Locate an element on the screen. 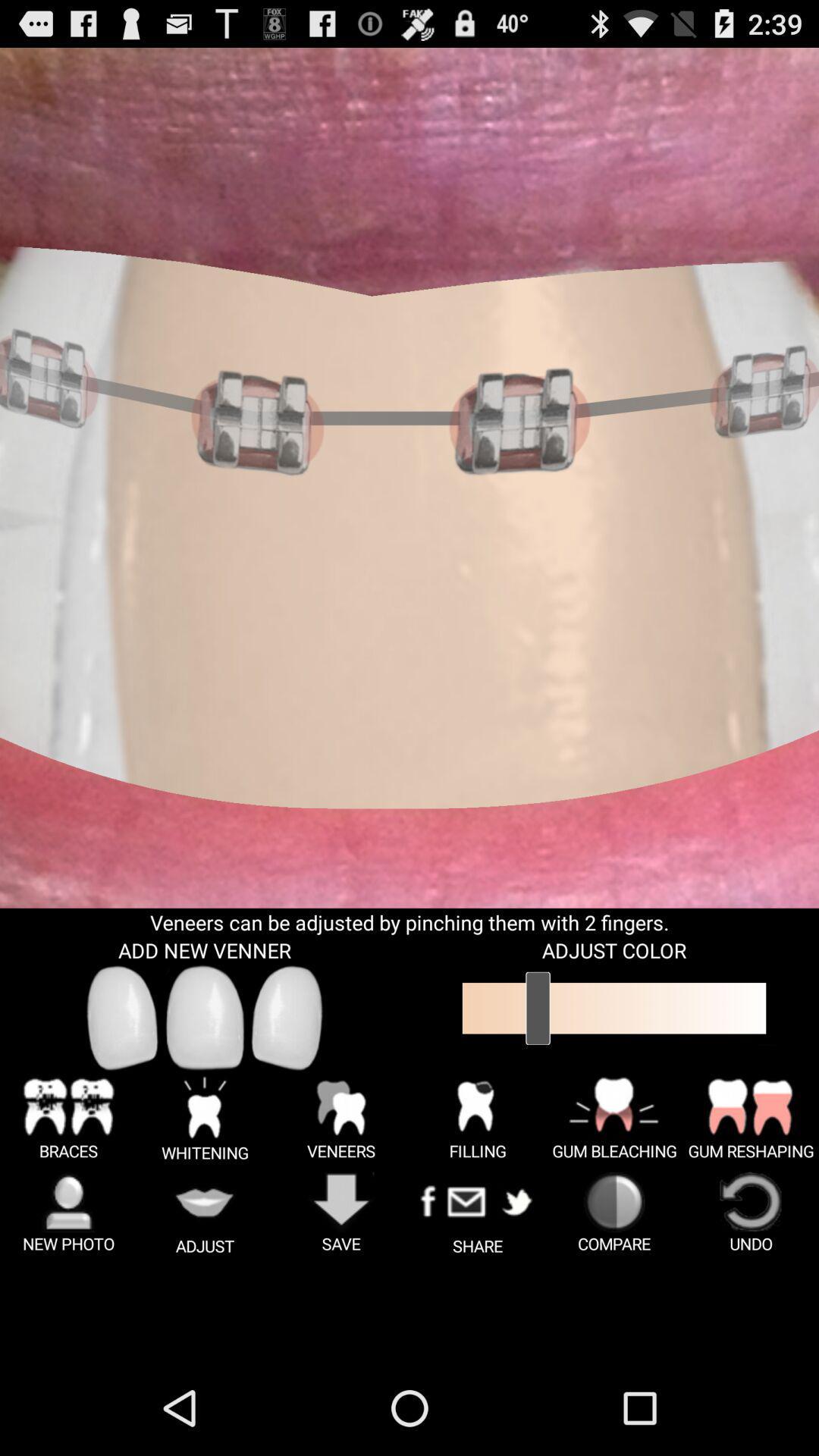 The height and width of the screenshot is (1456, 819). the button which is next to the braces is located at coordinates (205, 1118).